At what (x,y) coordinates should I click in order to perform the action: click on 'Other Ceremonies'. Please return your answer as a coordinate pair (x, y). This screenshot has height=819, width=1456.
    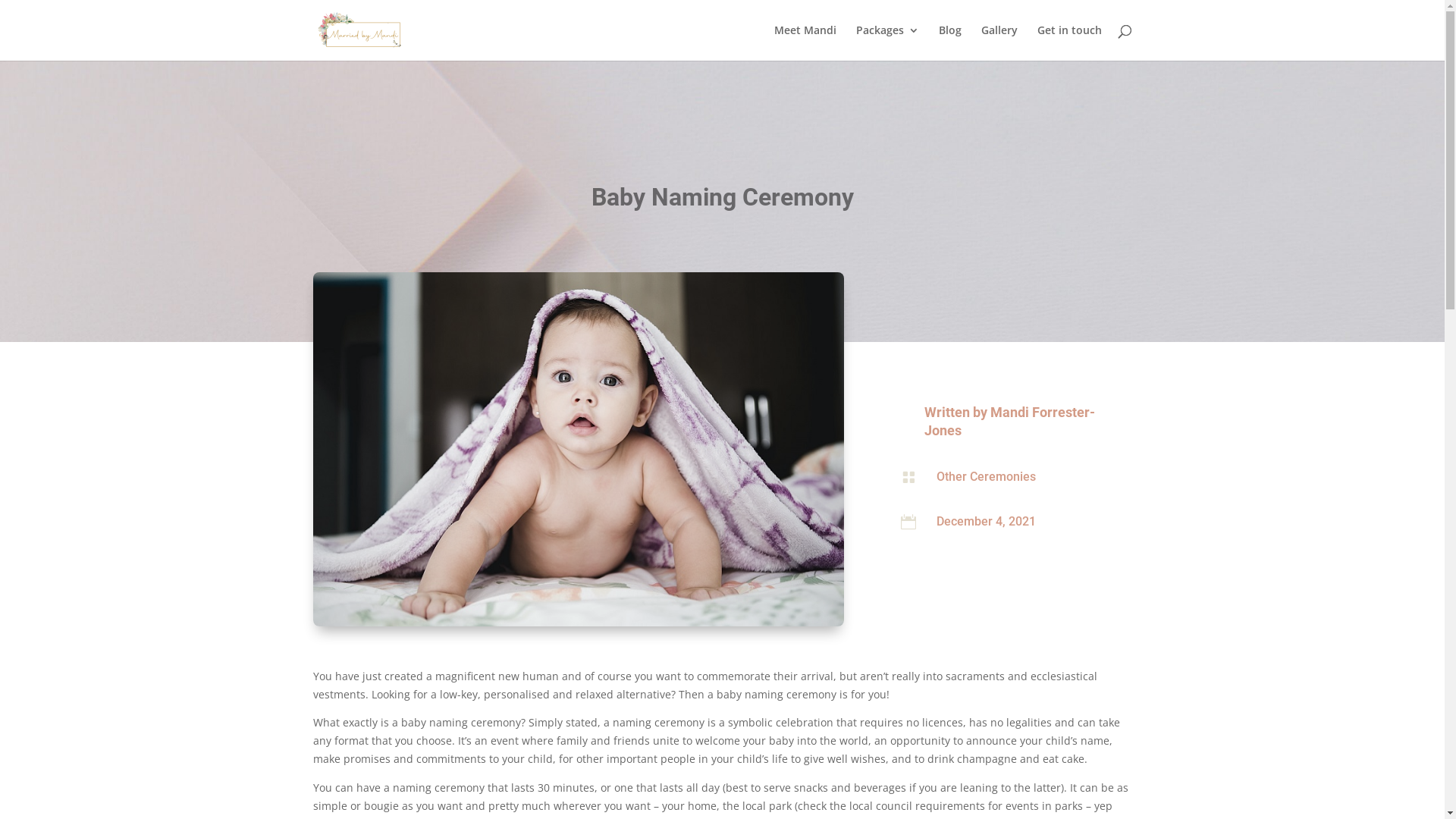
    Looking at the image, I should click on (986, 475).